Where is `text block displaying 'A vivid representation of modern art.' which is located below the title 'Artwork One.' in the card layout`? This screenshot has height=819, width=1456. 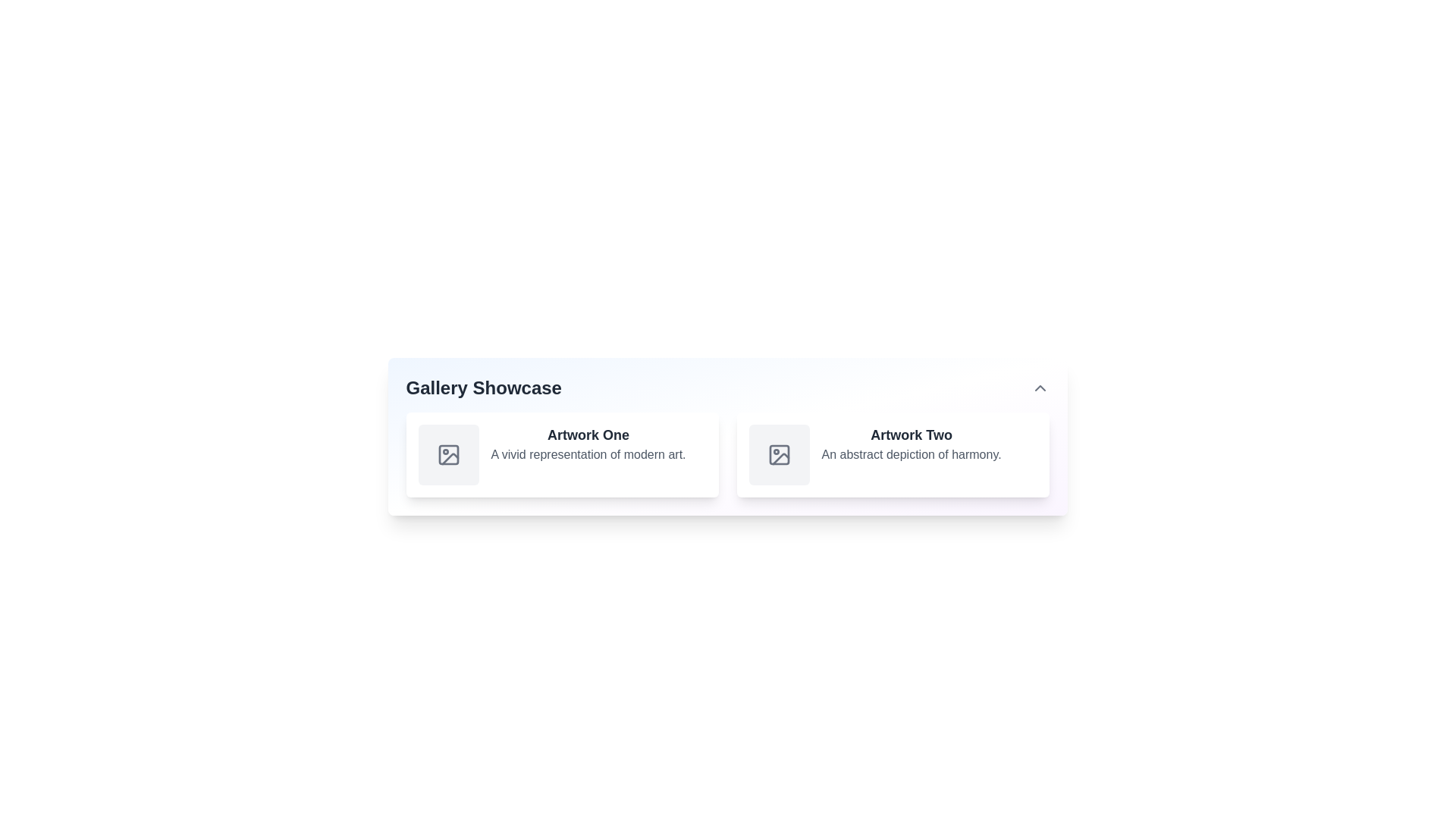
text block displaying 'A vivid representation of modern art.' which is located below the title 'Artwork One.' in the card layout is located at coordinates (588, 454).